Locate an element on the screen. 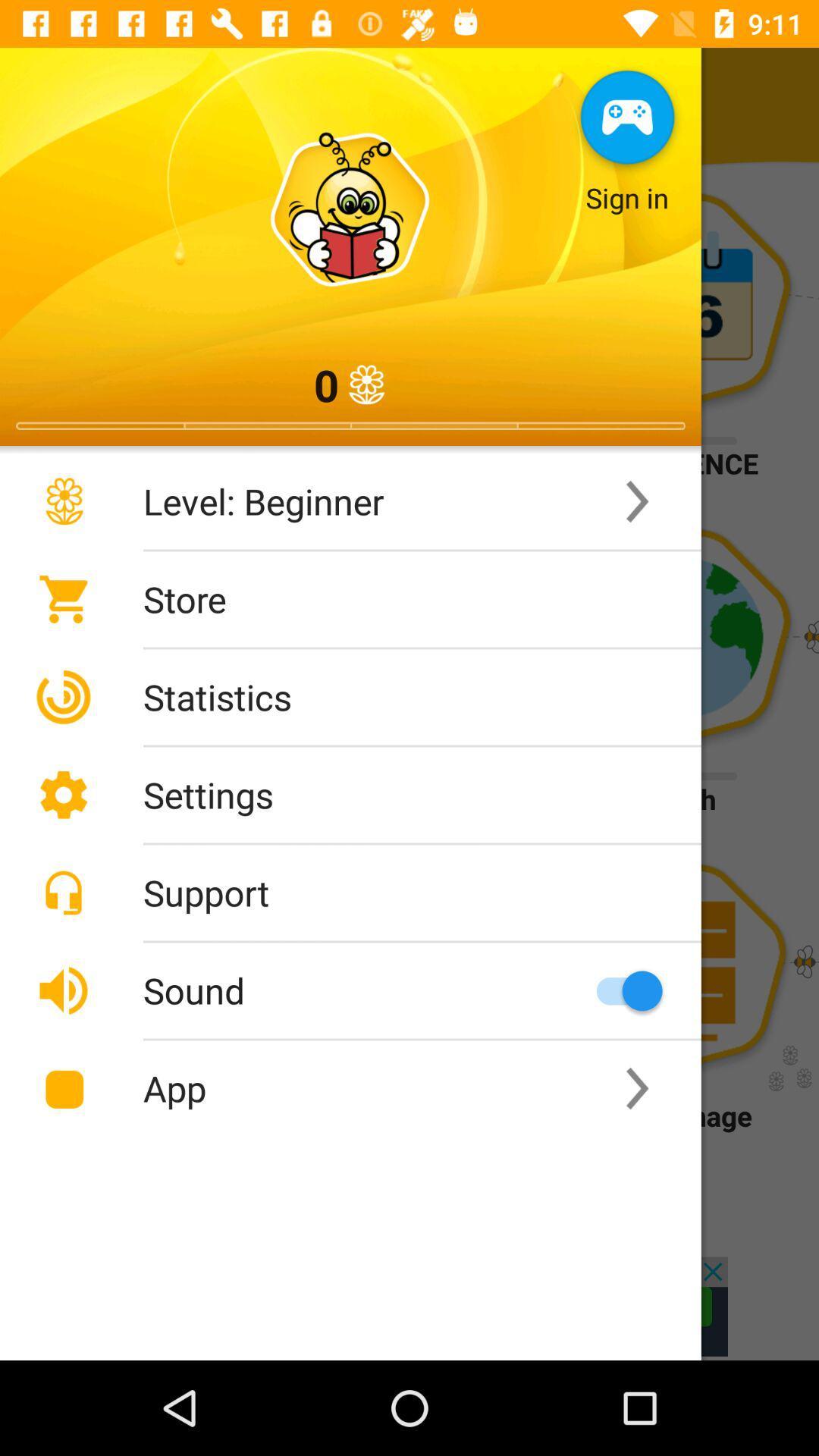 This screenshot has height=1456, width=819. the icon which is right to the beginner is located at coordinates (637, 502).